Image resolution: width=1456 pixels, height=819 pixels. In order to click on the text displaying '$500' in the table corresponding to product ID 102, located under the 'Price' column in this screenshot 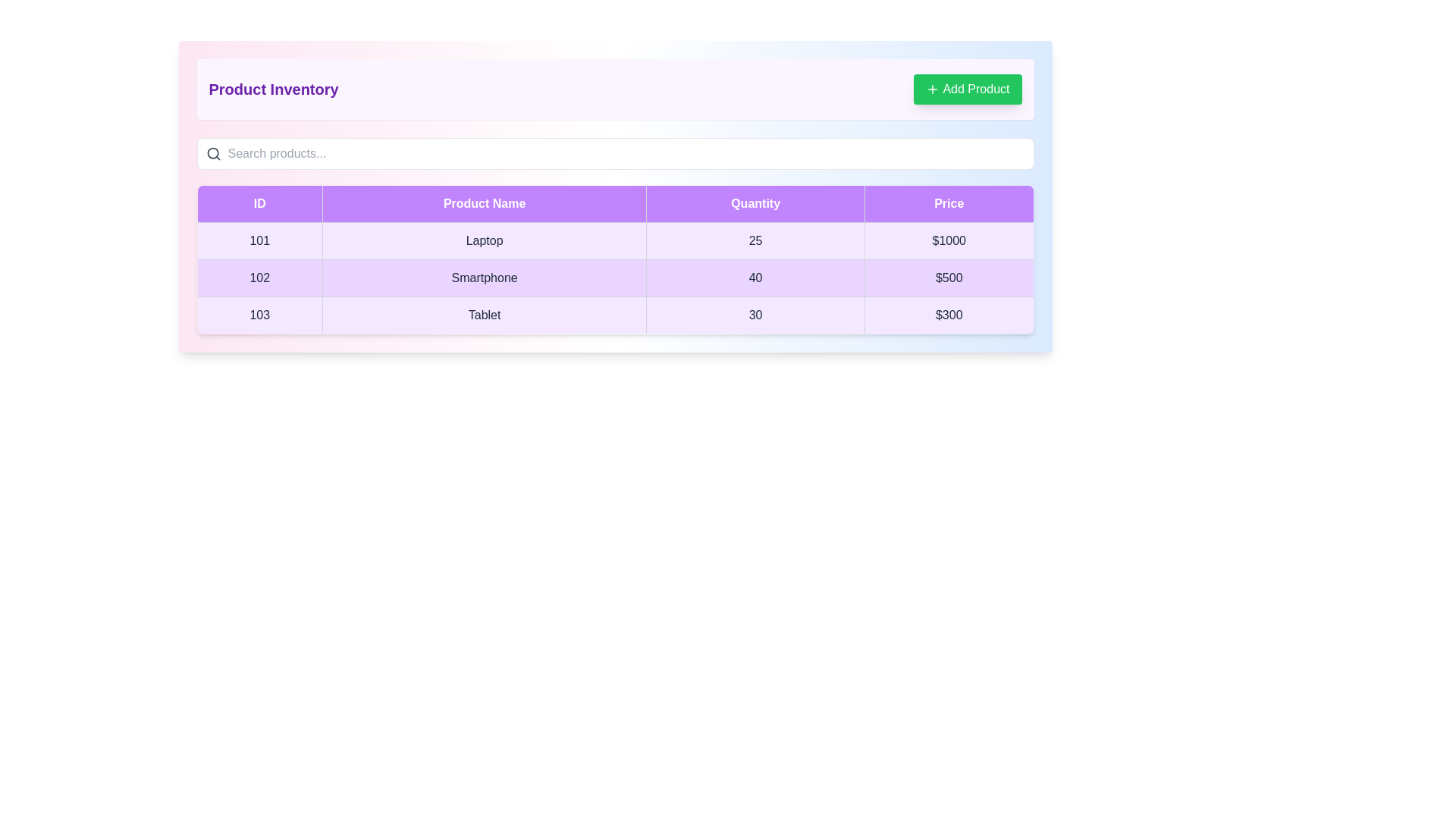, I will do `click(948, 278)`.